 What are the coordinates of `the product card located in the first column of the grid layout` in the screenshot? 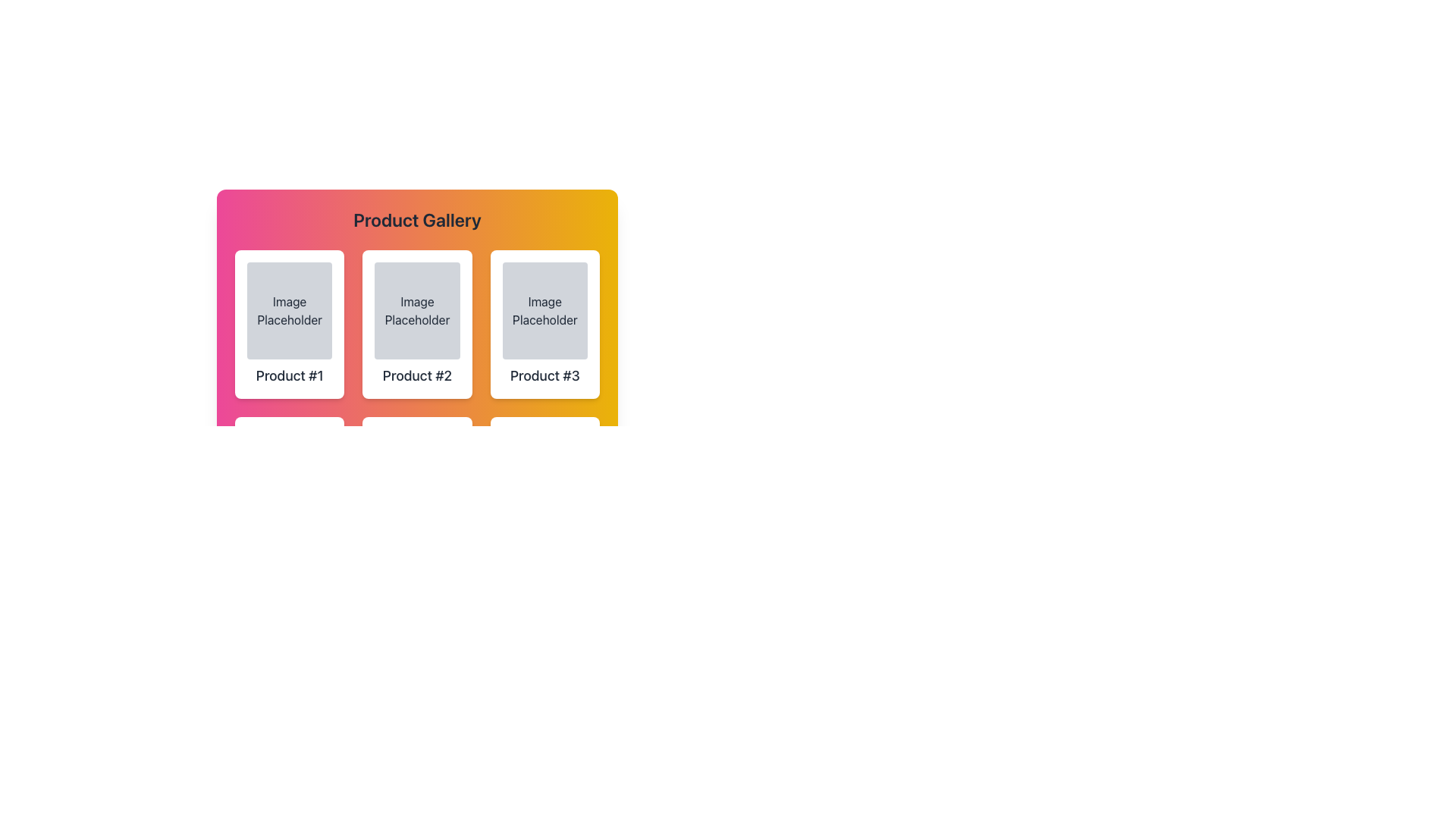 It's located at (290, 324).